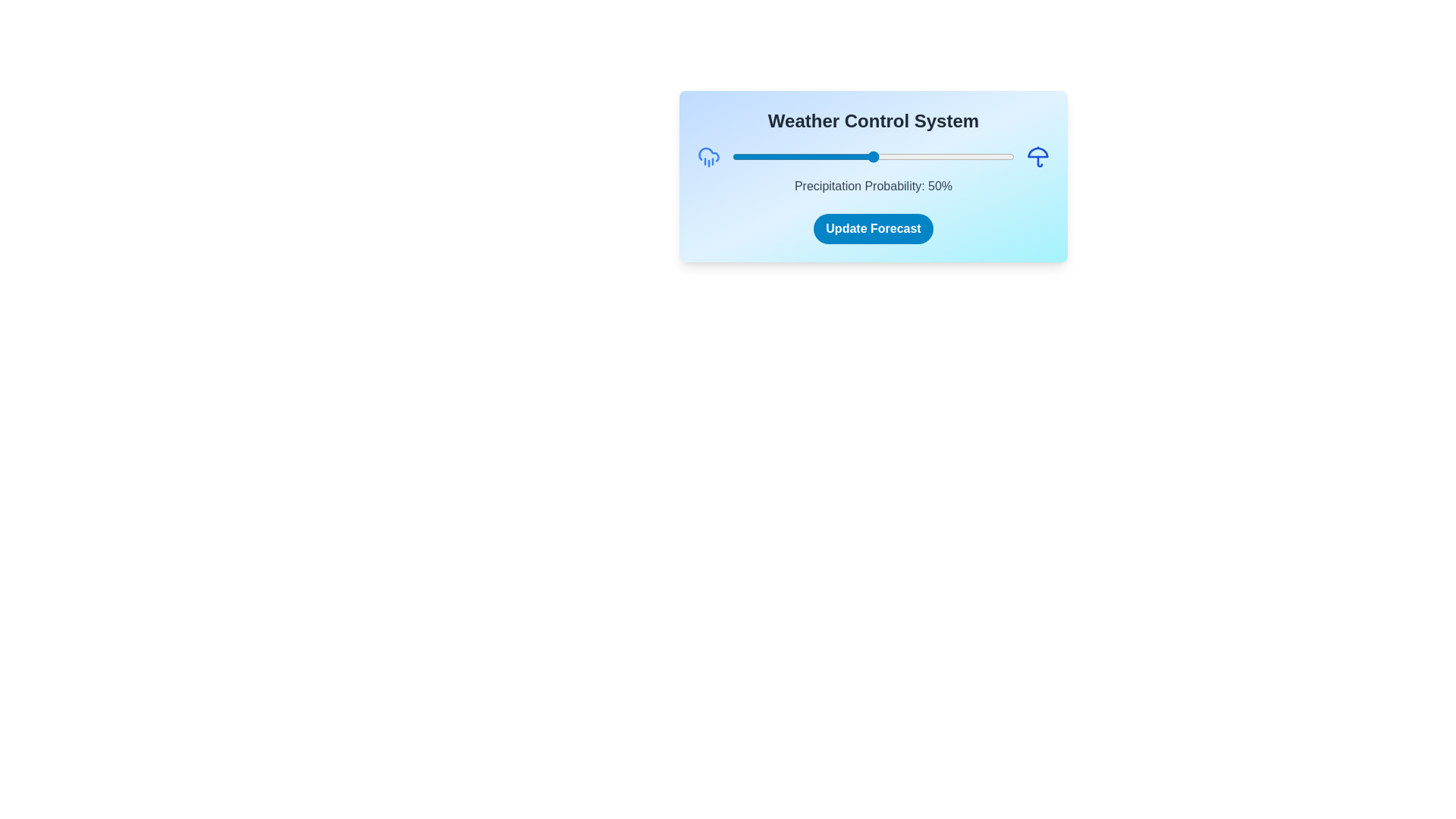  I want to click on the 'Update Forecast' button, so click(874, 228).